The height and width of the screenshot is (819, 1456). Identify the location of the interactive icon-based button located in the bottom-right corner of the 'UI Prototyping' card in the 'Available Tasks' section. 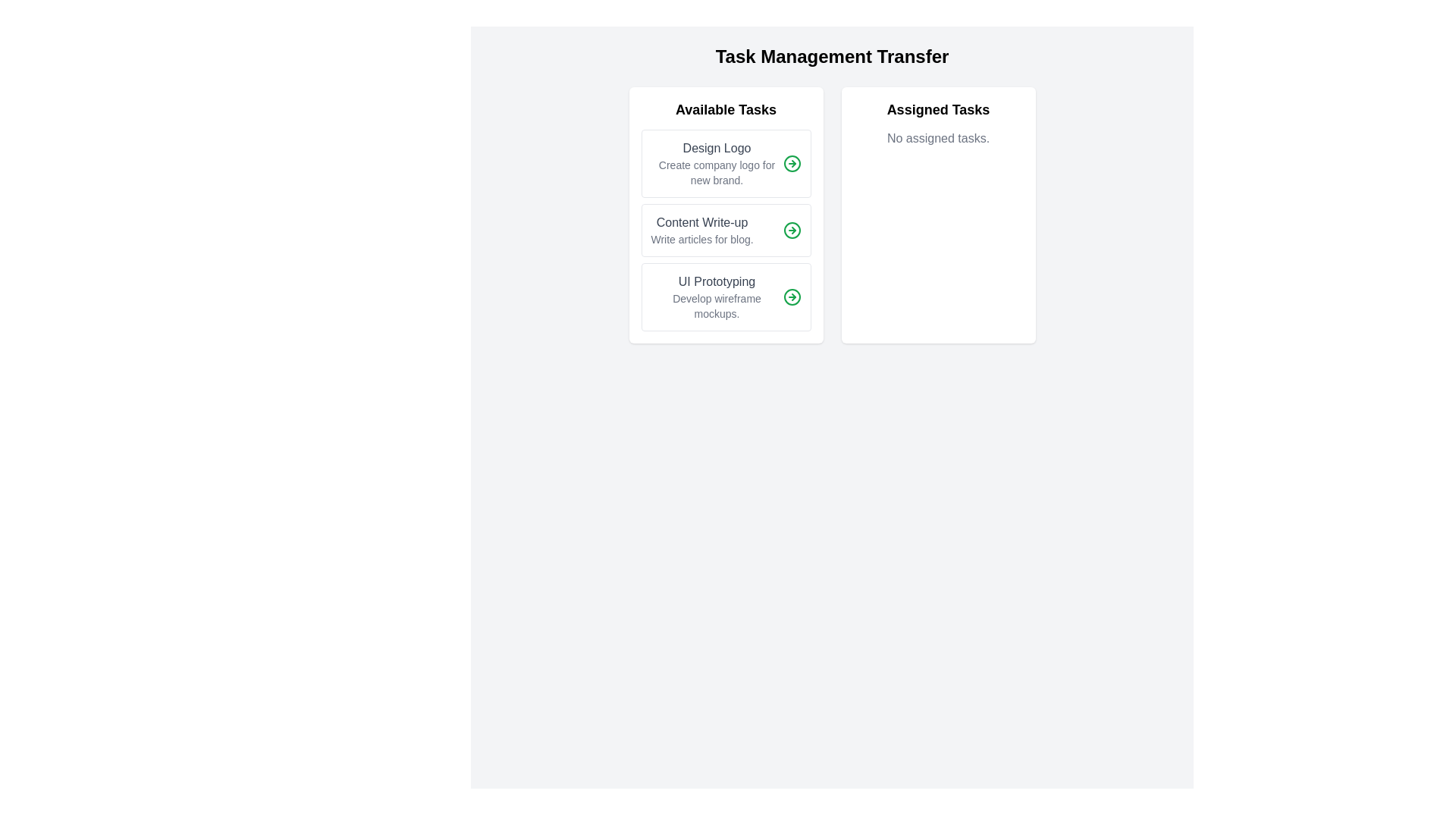
(791, 297).